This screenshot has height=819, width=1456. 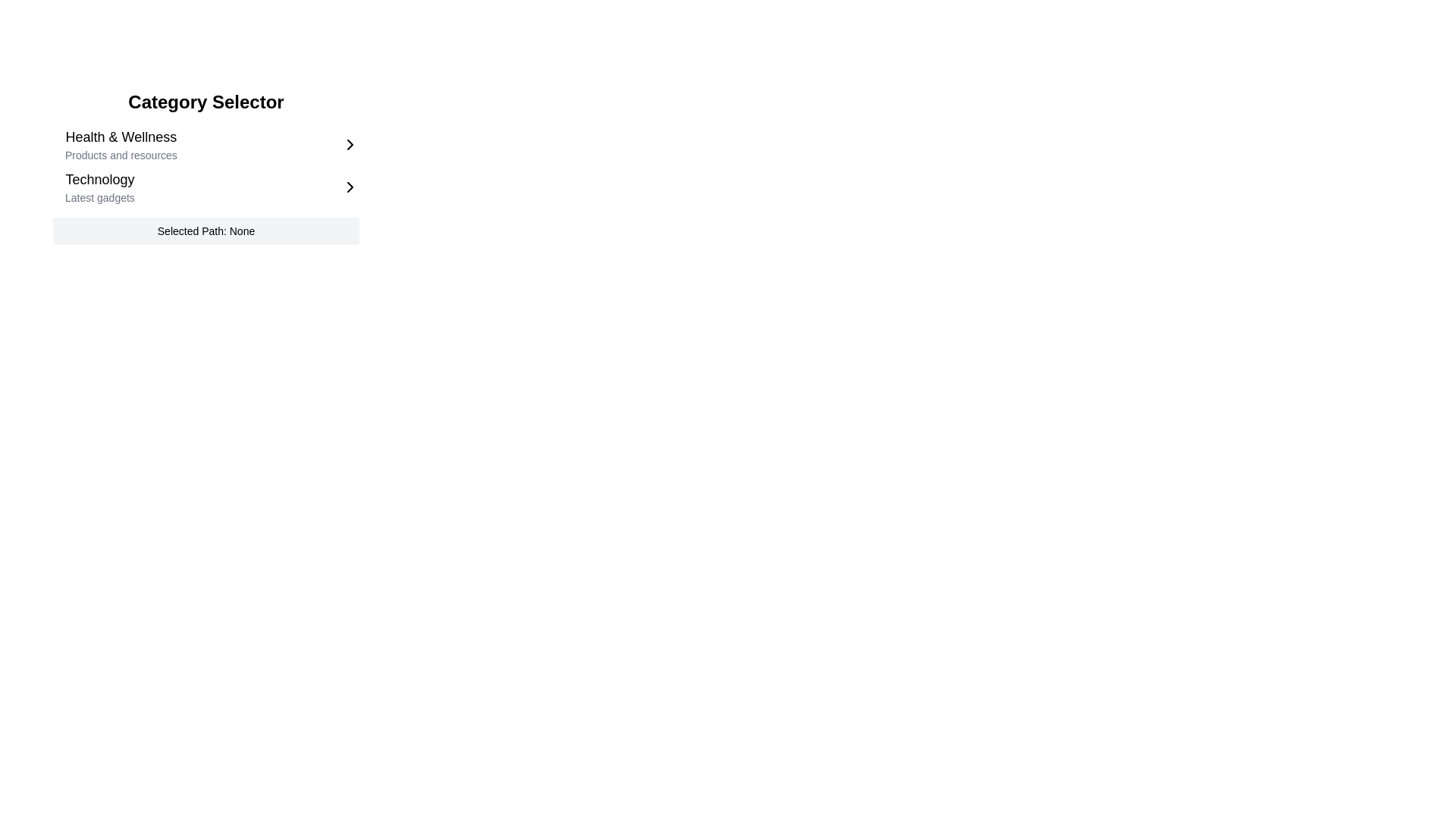 What do you see at coordinates (120, 145) in the screenshot?
I see `descriptive text element labeled 'Health & Wellness' located under the 'Category Selector' title, which is part of a clickable list item` at bounding box center [120, 145].